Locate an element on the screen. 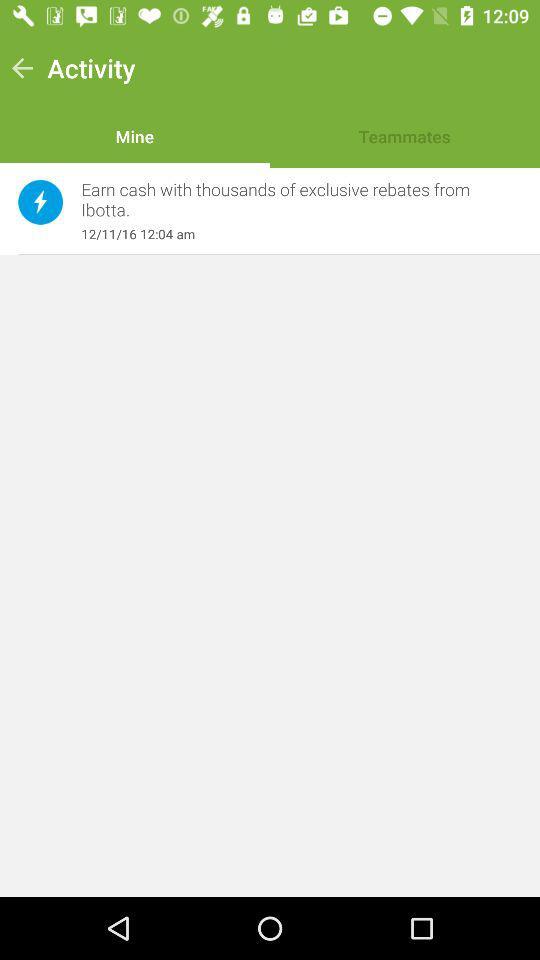 This screenshot has width=540, height=960. the icon next to the activity is located at coordinates (21, 68).